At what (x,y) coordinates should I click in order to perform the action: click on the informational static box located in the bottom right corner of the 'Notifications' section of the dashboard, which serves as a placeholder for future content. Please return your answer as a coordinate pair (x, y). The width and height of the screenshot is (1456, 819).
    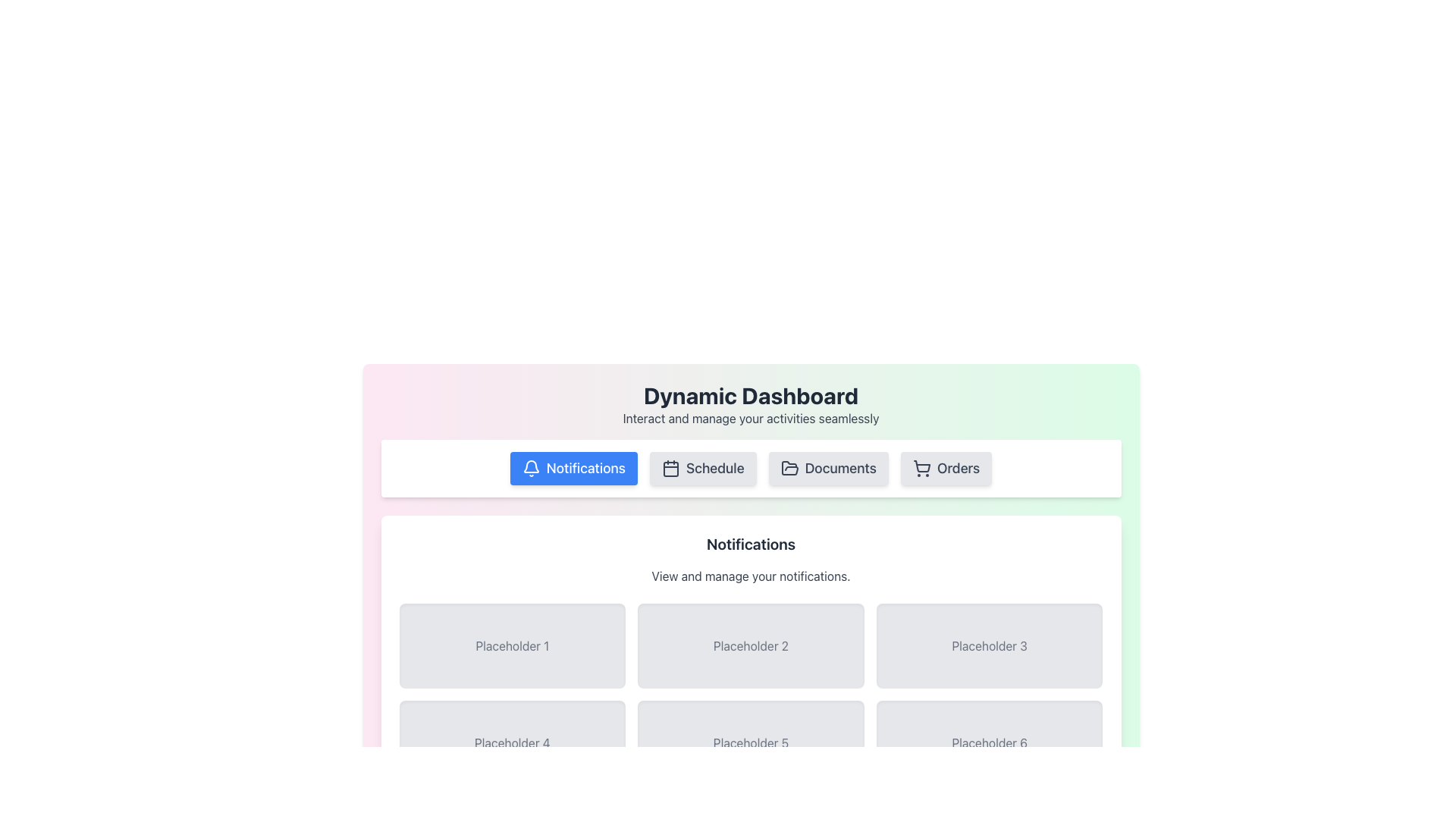
    Looking at the image, I should click on (990, 742).